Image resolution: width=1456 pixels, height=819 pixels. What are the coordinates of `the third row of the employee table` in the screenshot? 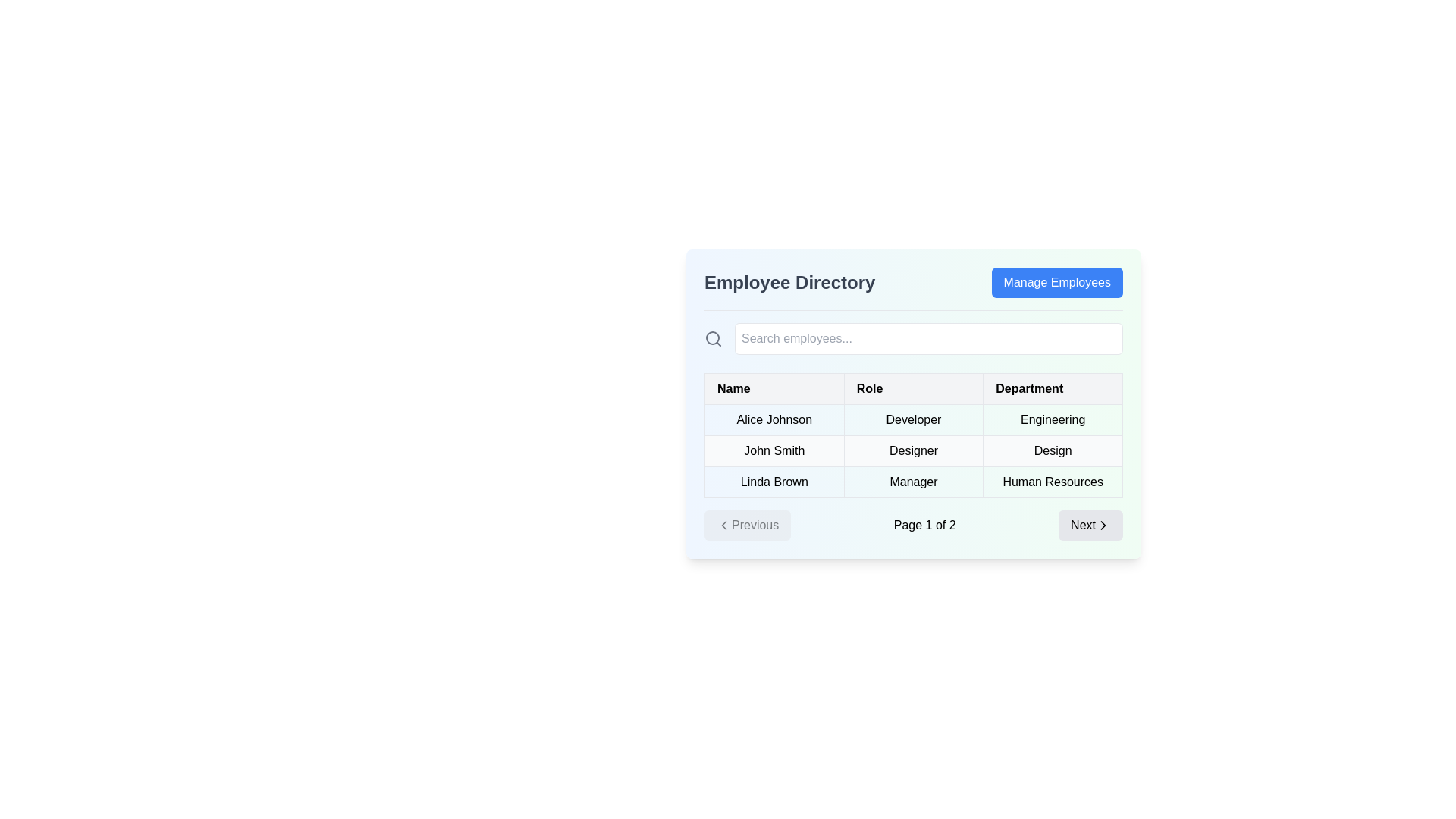 It's located at (912, 482).